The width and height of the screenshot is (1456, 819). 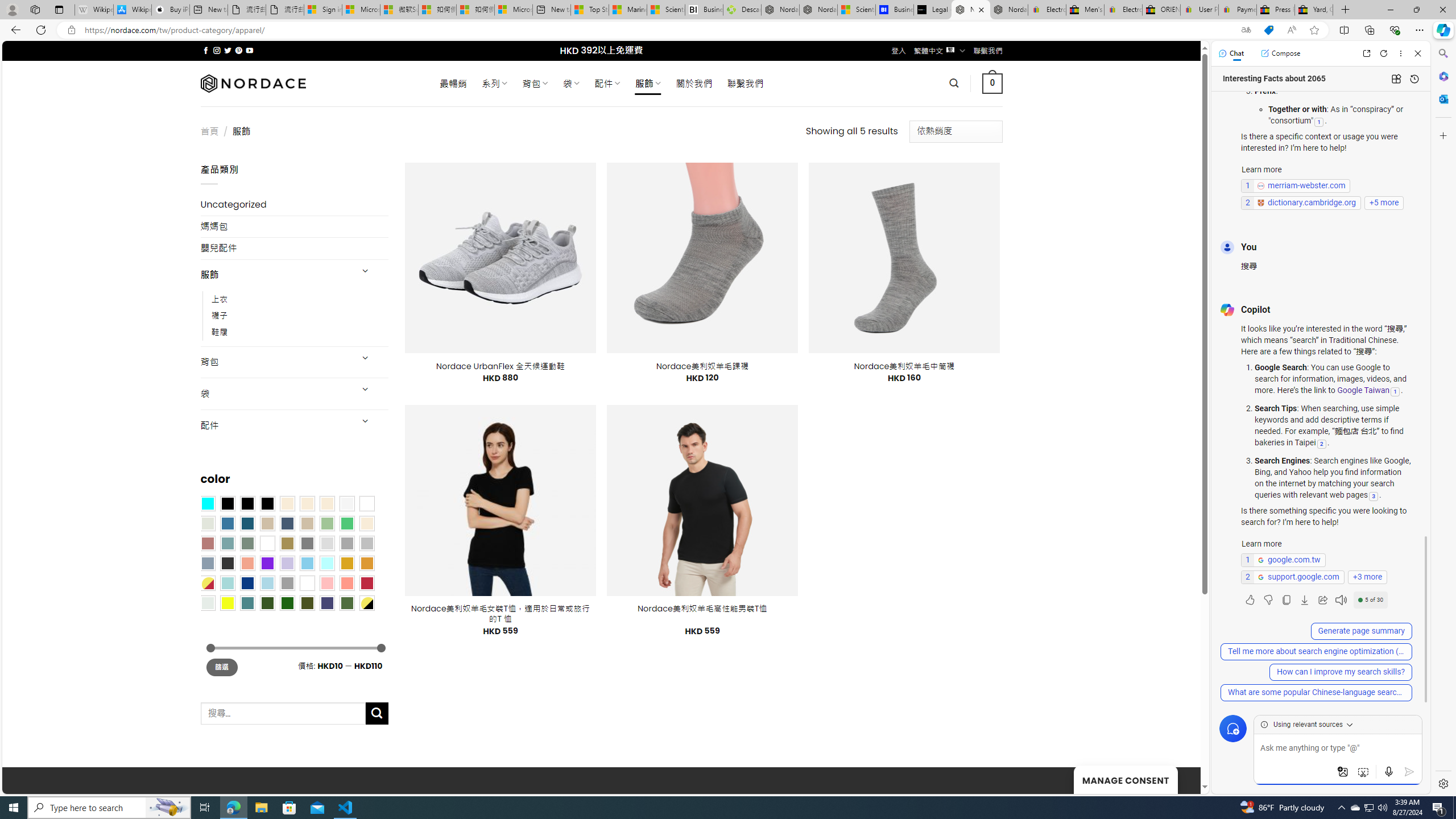 What do you see at coordinates (237, 50) in the screenshot?
I see `'Follow on Pinterest'` at bounding box center [237, 50].